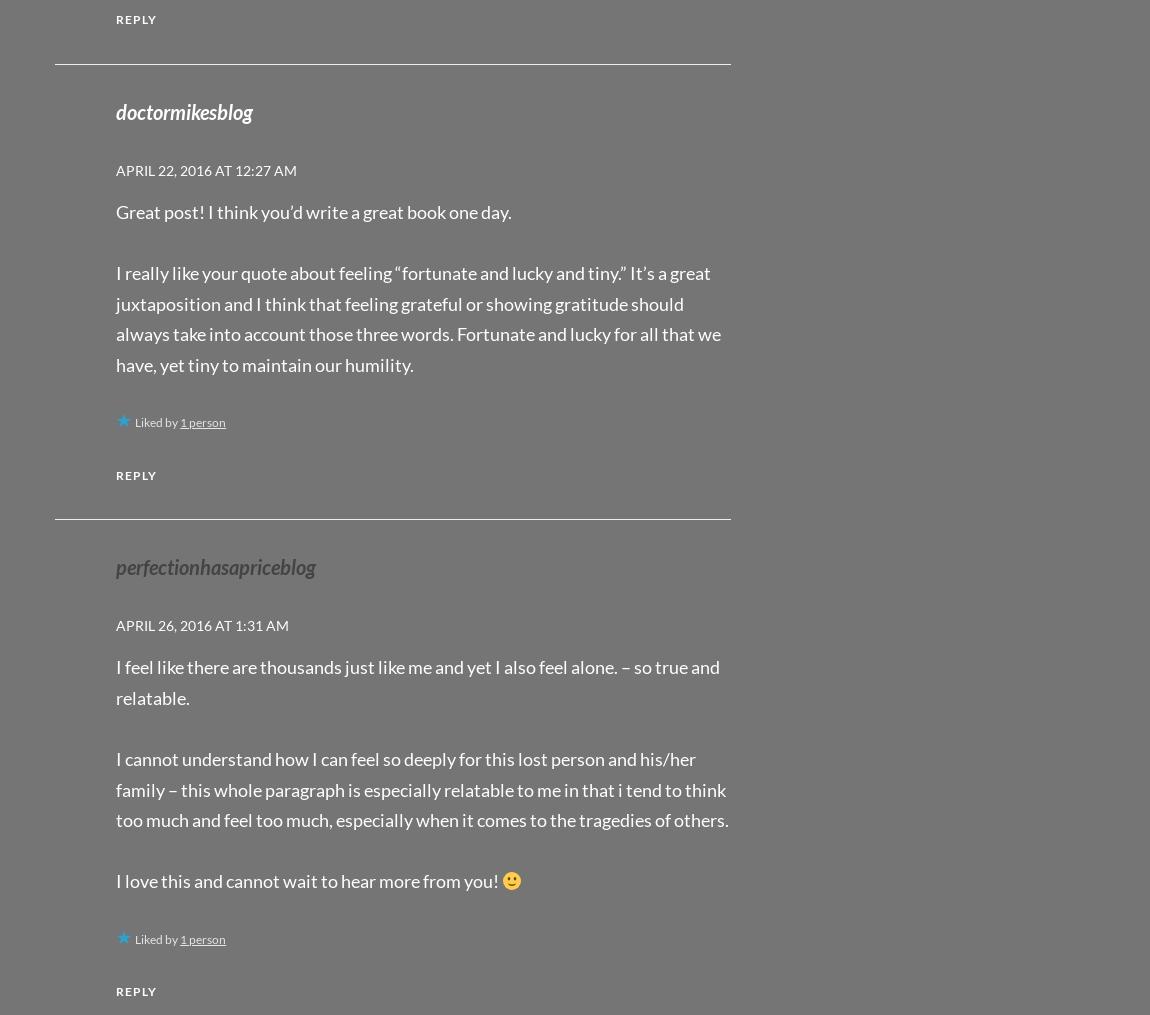 Image resolution: width=1150 pixels, height=1015 pixels. I want to click on 'April 26, 2016 at 1:31 am', so click(115, 624).